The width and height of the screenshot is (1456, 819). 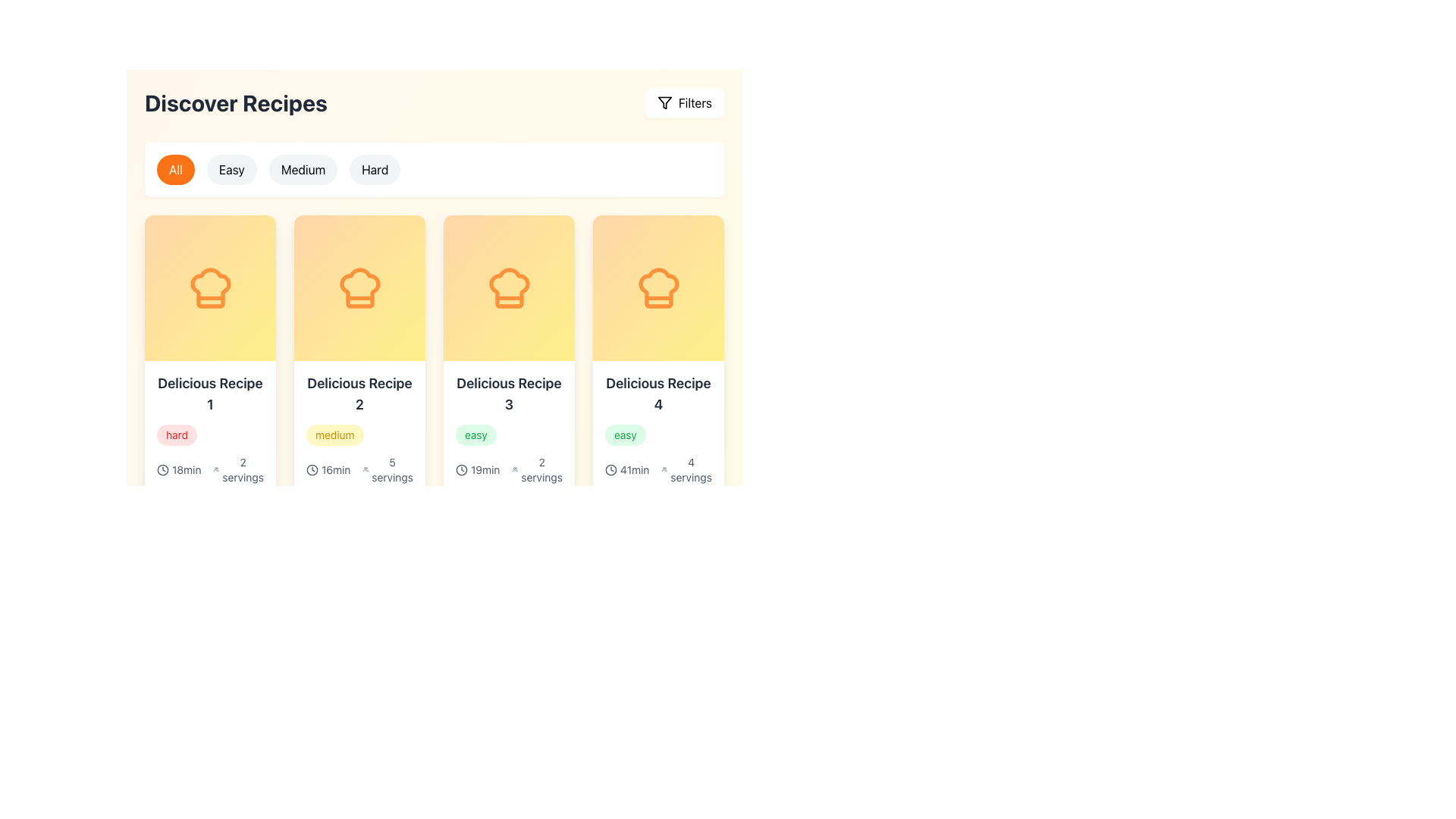 I want to click on the orange chef hat icon located at the top center of the first card in the recipe list, which features a yellow-to-orange gradient background, so click(x=209, y=288).